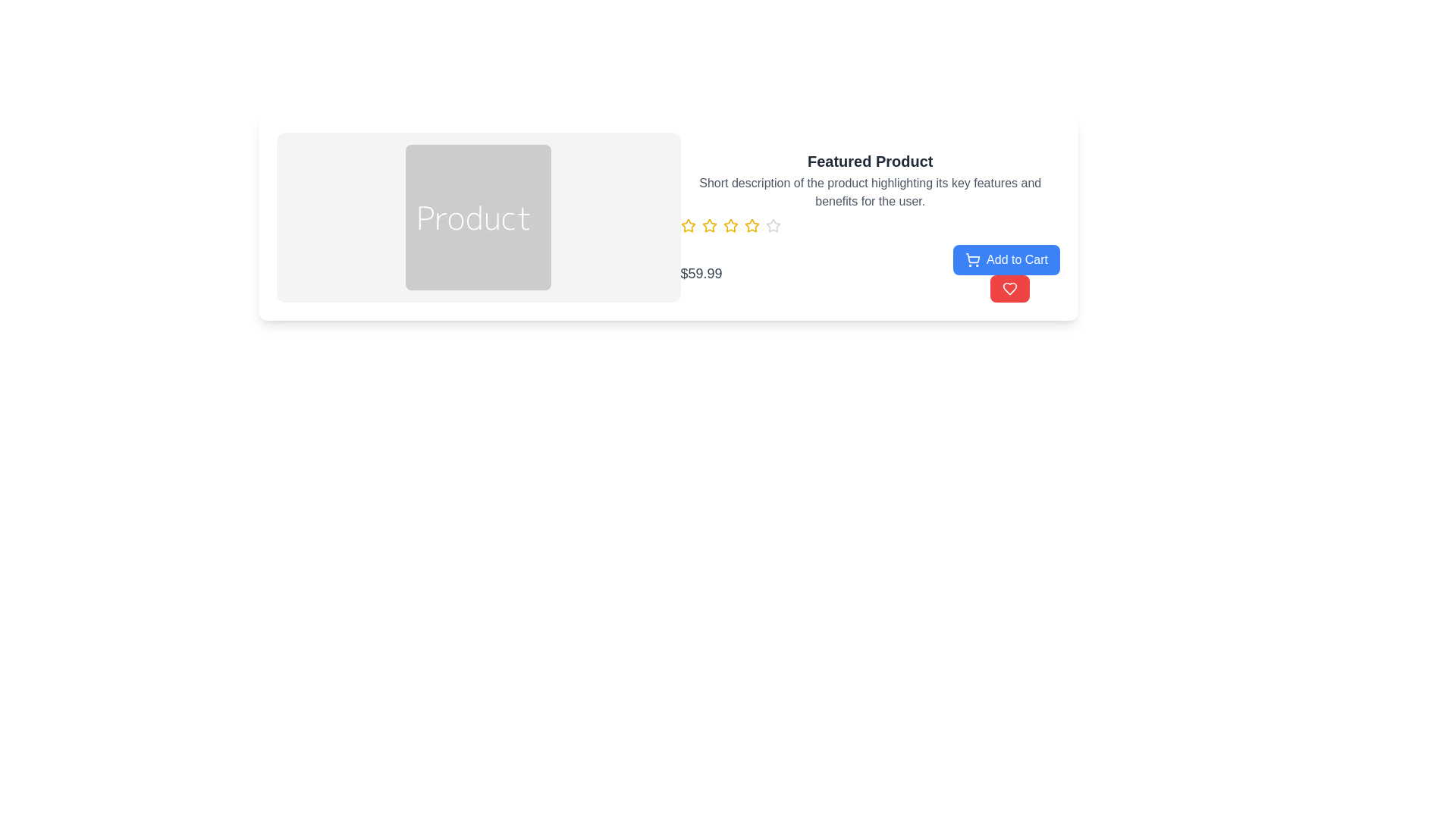 The width and height of the screenshot is (1456, 819). What do you see at coordinates (687, 226) in the screenshot?
I see `the first yellow star icon in the star rating interface, located below the 'Featured Product' title` at bounding box center [687, 226].